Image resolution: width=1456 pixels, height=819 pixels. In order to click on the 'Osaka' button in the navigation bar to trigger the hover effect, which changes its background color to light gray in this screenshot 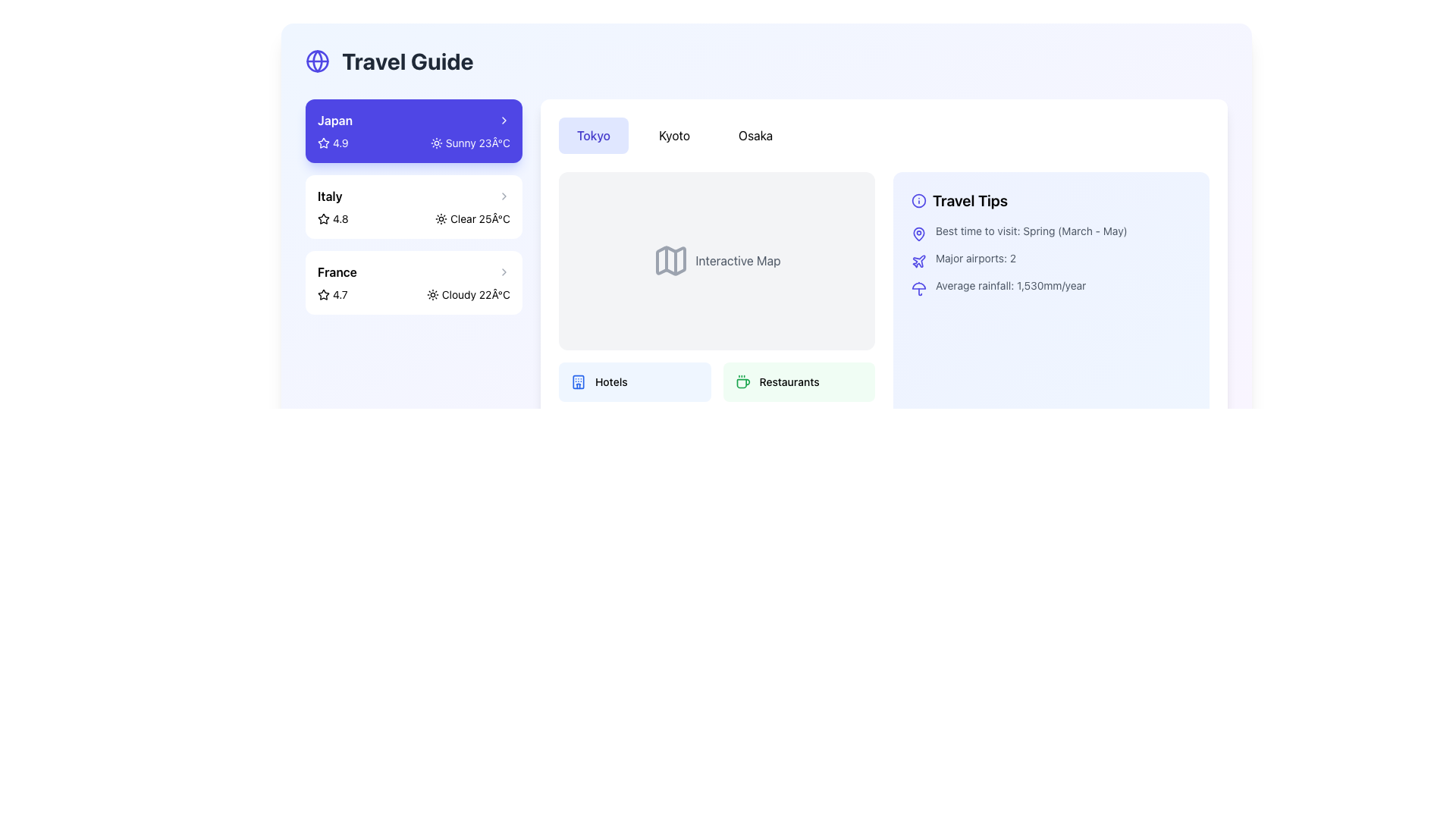, I will do `click(755, 134)`.